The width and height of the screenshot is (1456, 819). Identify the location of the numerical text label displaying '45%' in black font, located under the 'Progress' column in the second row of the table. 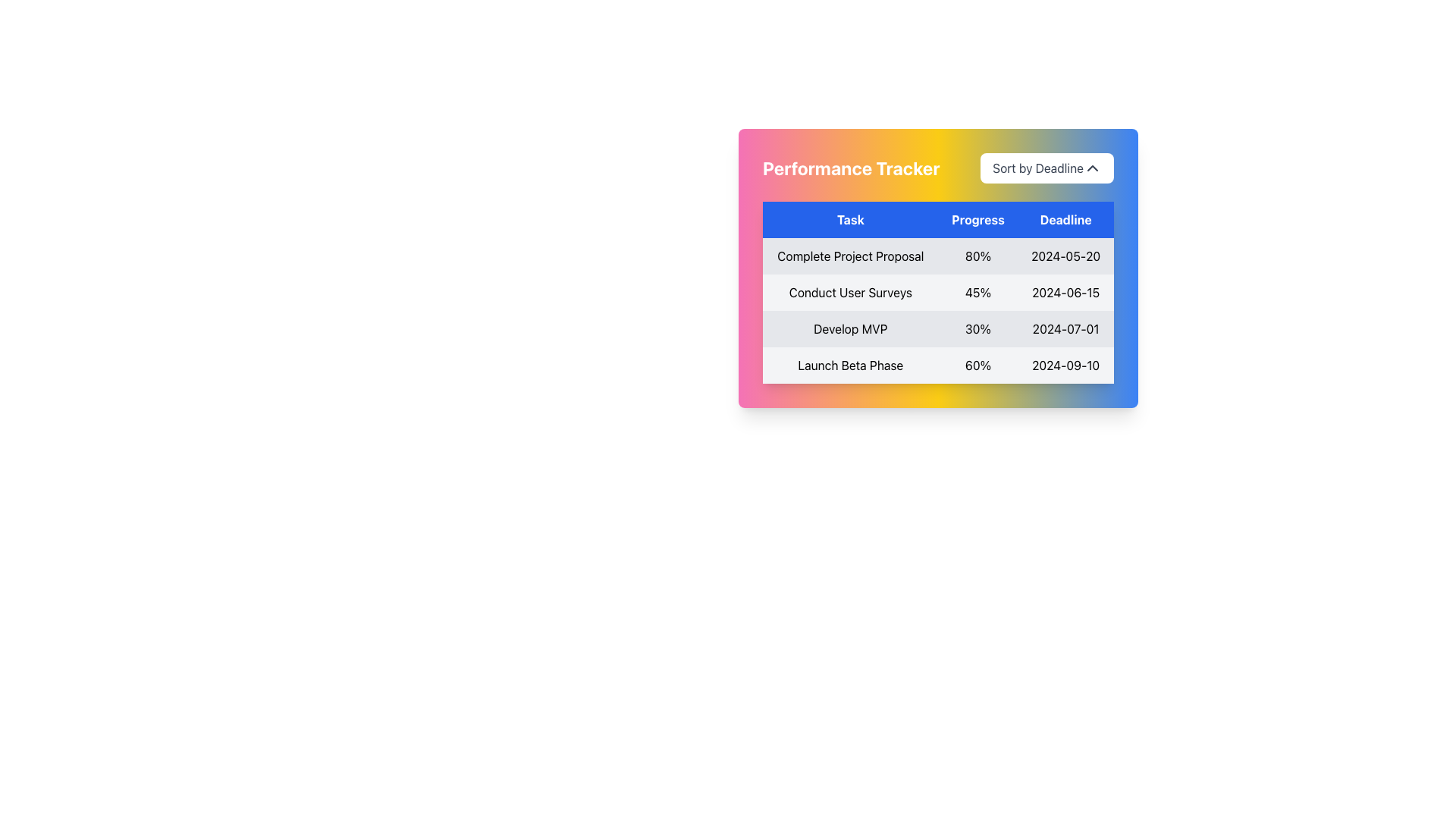
(978, 292).